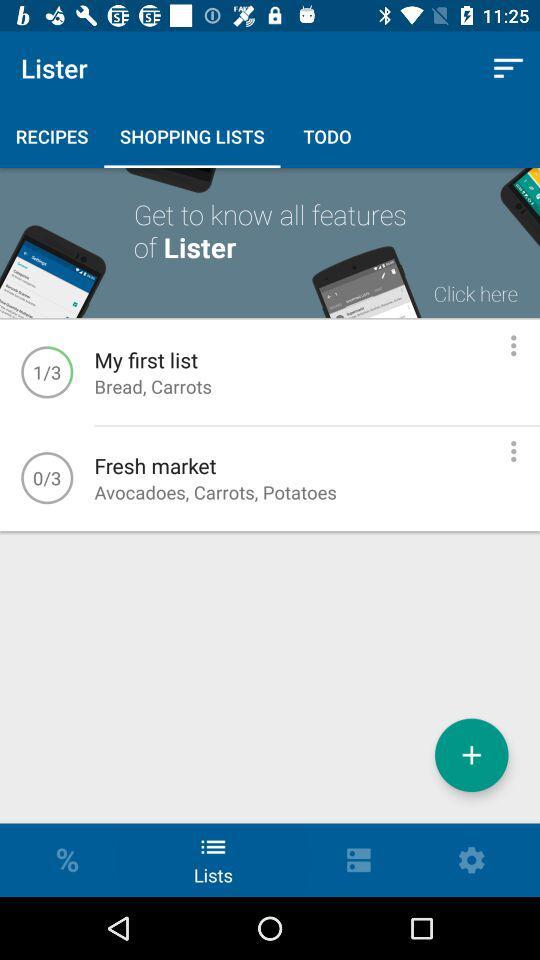  I want to click on icon at the top right corner, so click(508, 68).